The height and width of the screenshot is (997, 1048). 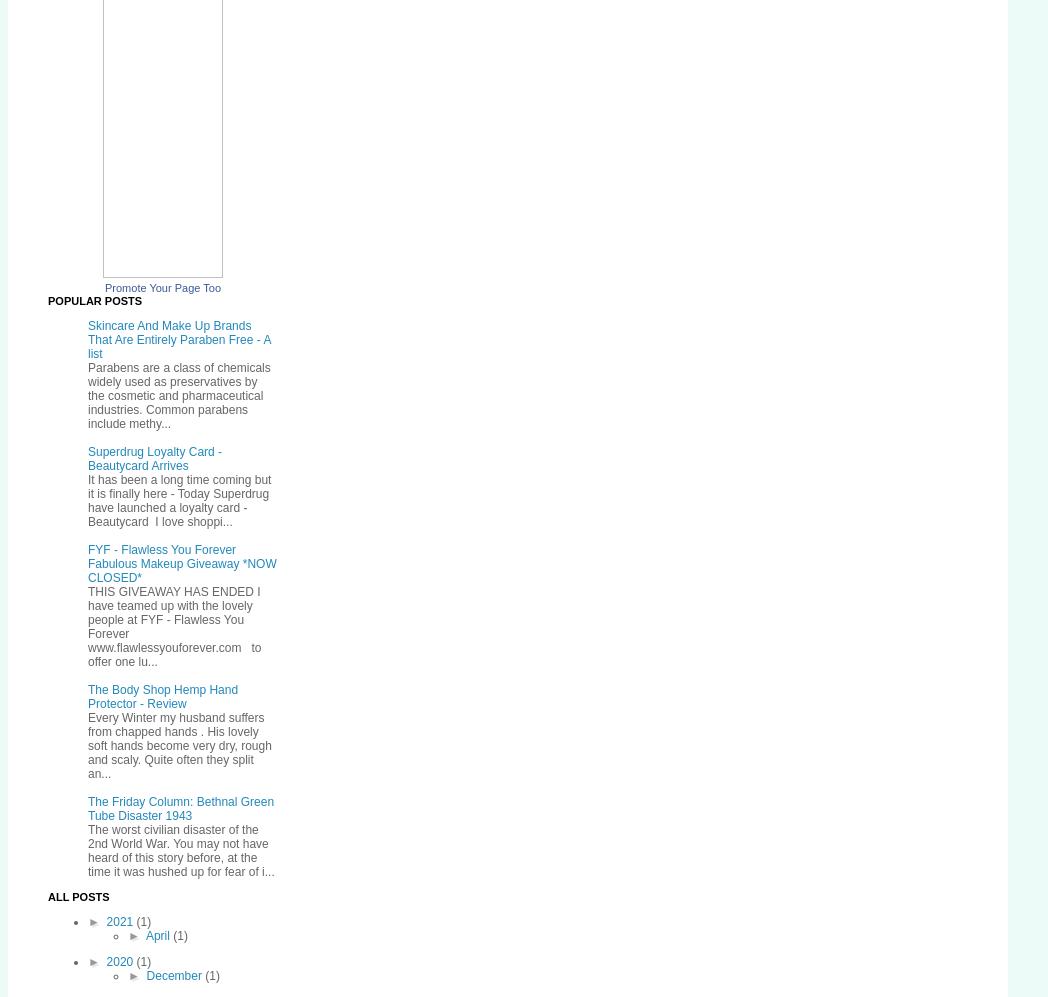 What do you see at coordinates (162, 696) in the screenshot?
I see `'The Body Shop Hemp Hand Protector - Review'` at bounding box center [162, 696].